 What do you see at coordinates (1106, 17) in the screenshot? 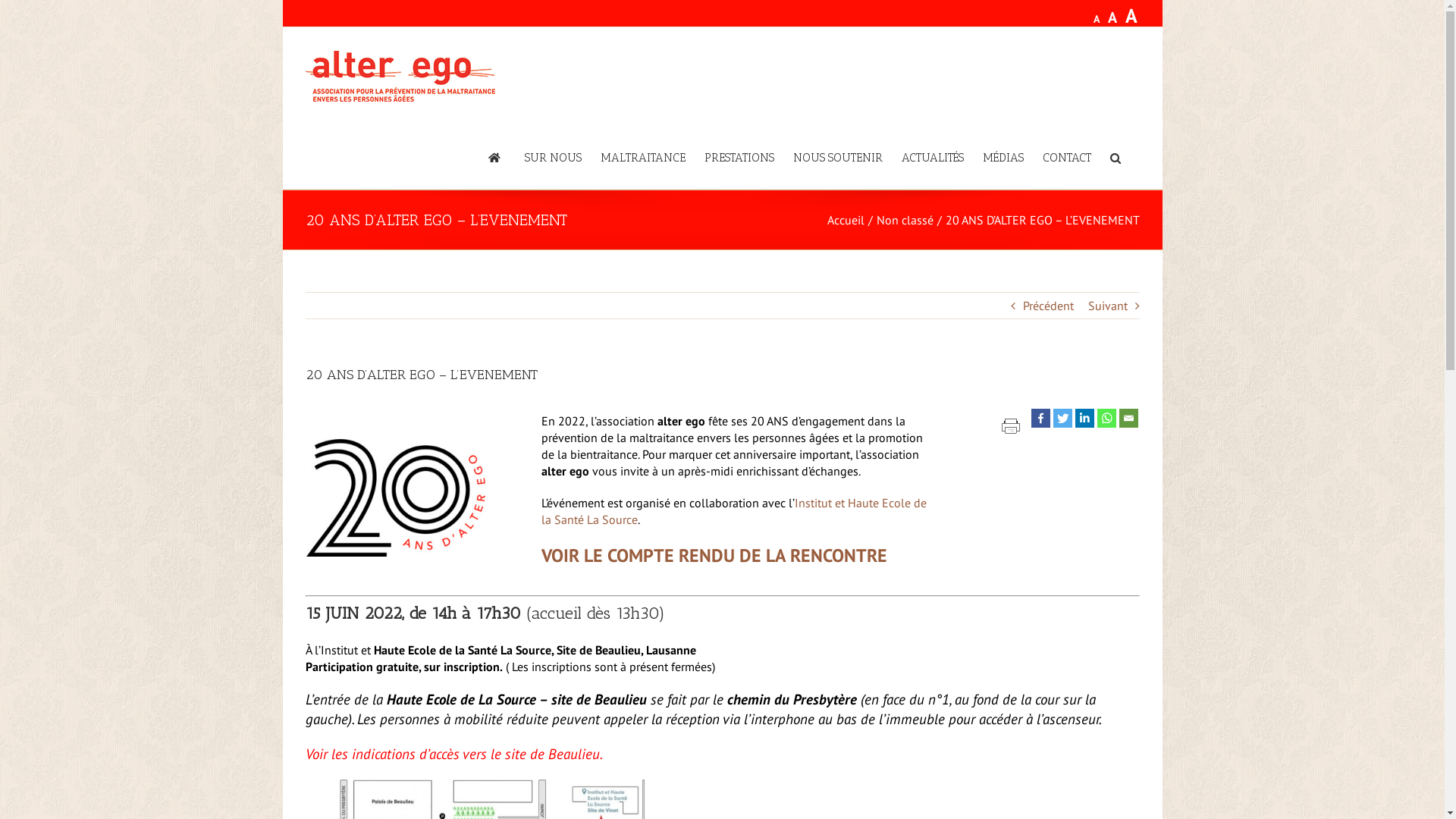
I see `'A` at bounding box center [1106, 17].